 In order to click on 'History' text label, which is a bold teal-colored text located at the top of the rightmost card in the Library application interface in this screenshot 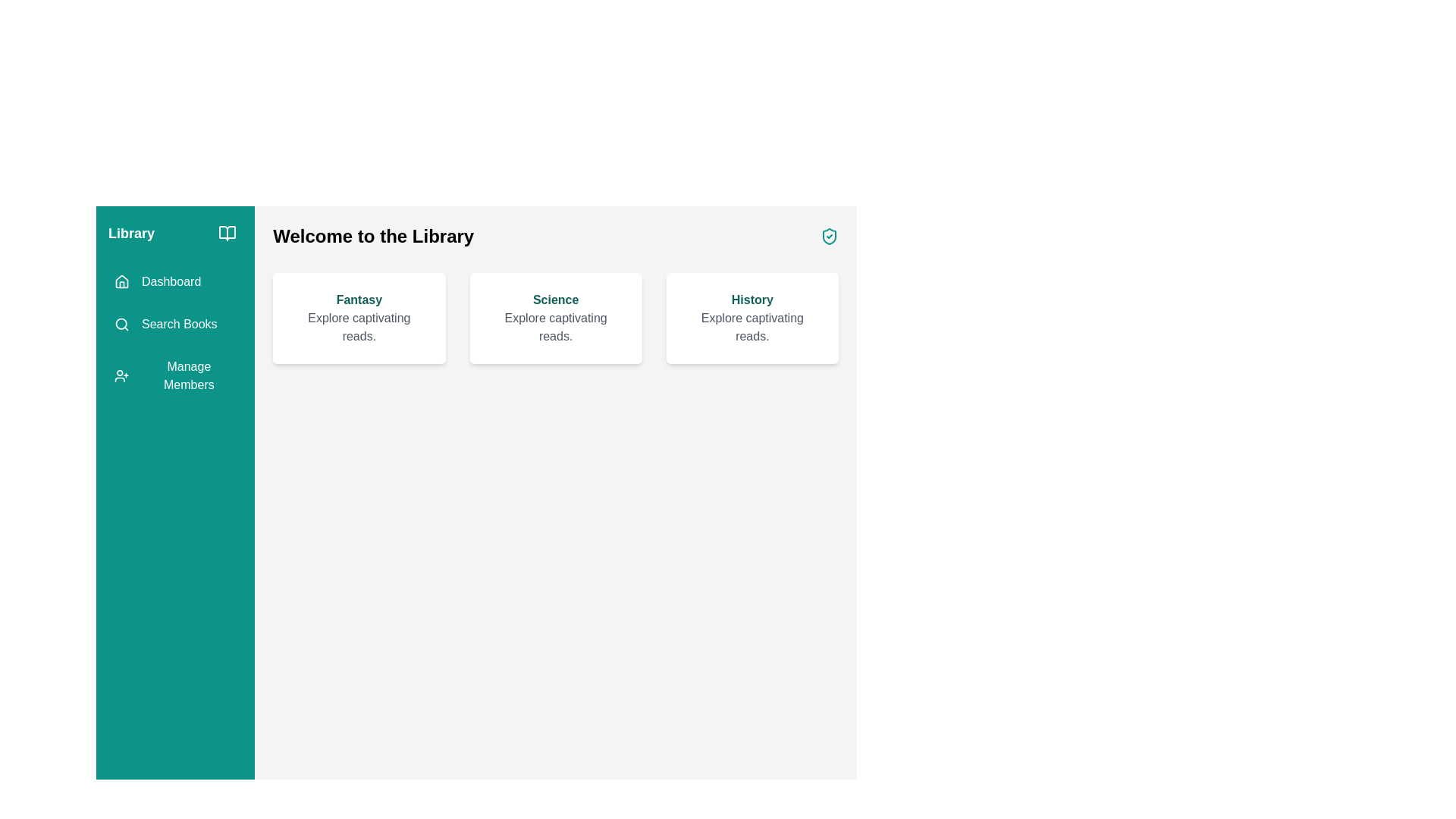, I will do `click(752, 300)`.